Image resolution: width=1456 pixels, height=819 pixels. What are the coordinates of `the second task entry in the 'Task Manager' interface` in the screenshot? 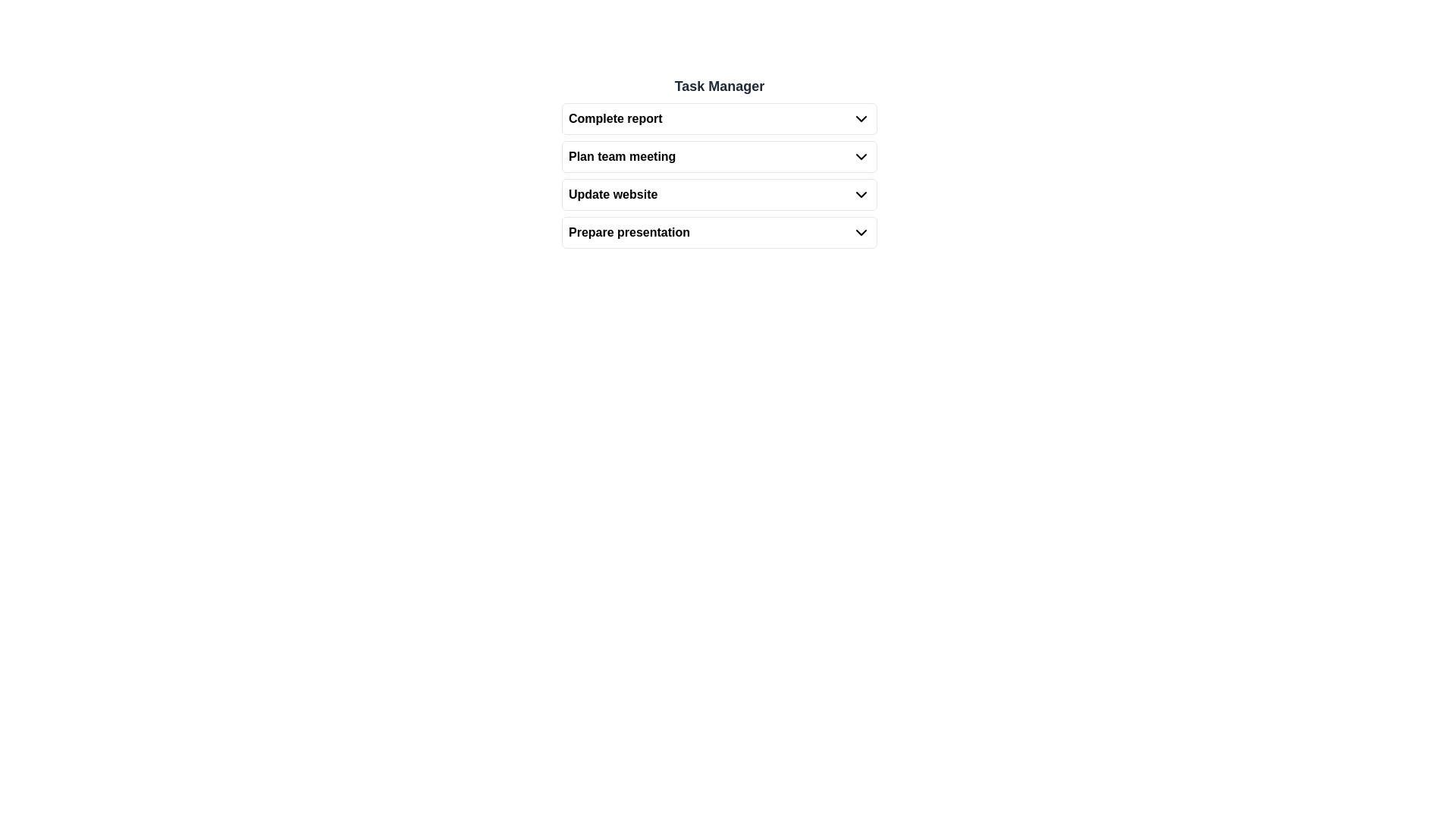 It's located at (719, 162).